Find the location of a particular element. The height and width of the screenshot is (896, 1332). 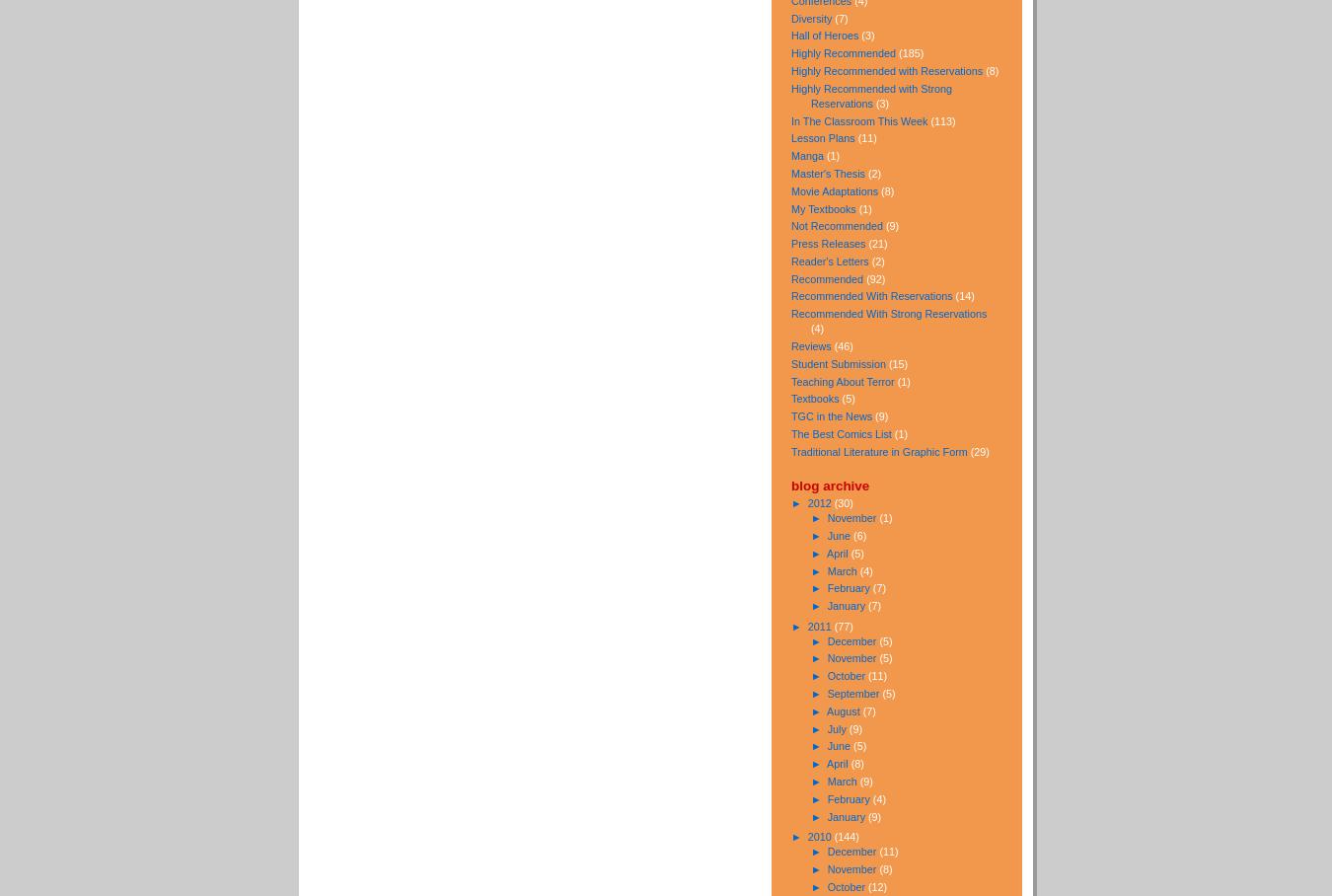

'Recommended' is located at coordinates (827, 278).